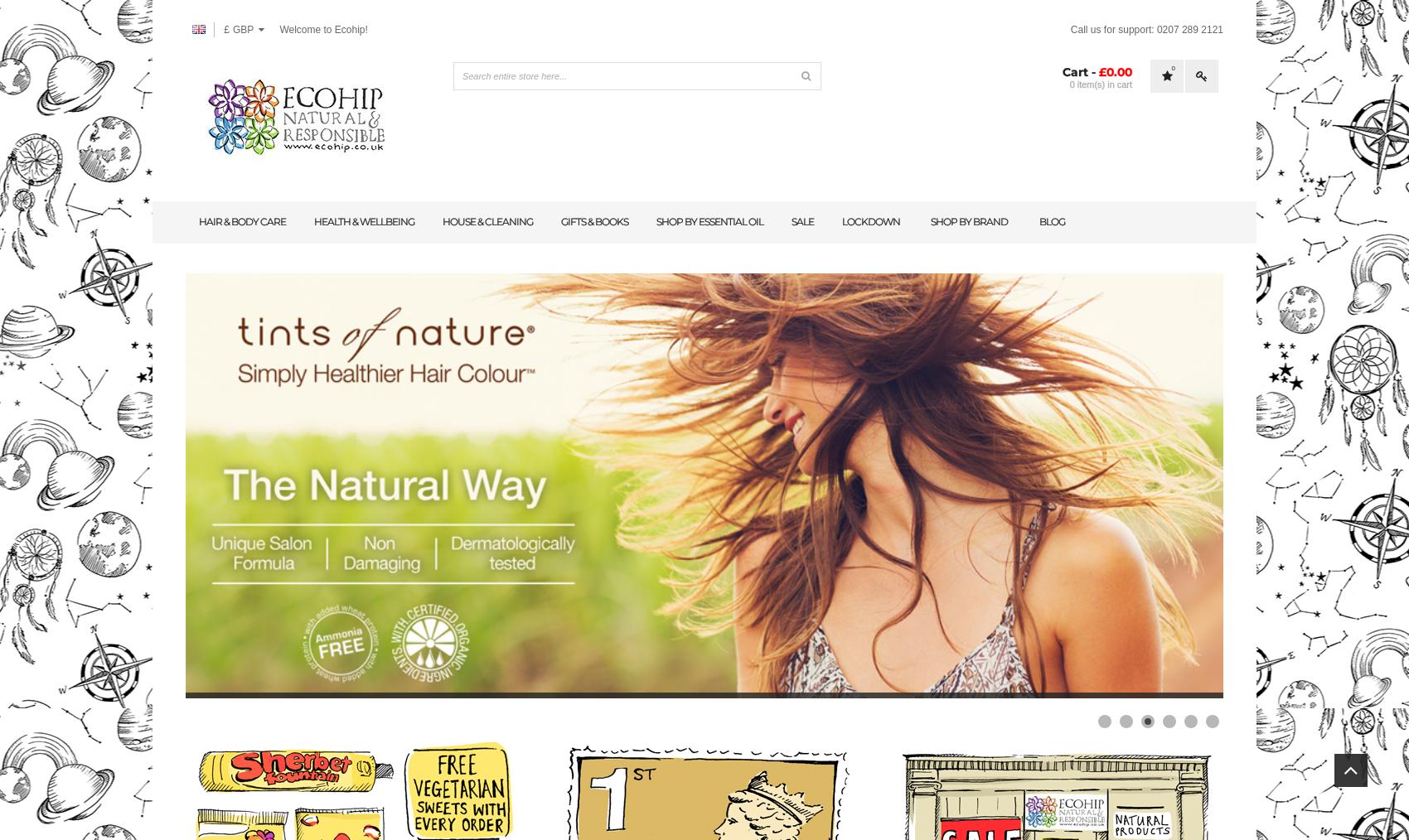 This screenshot has width=1409, height=840. I want to click on 'Hair & Body care', so click(242, 221).